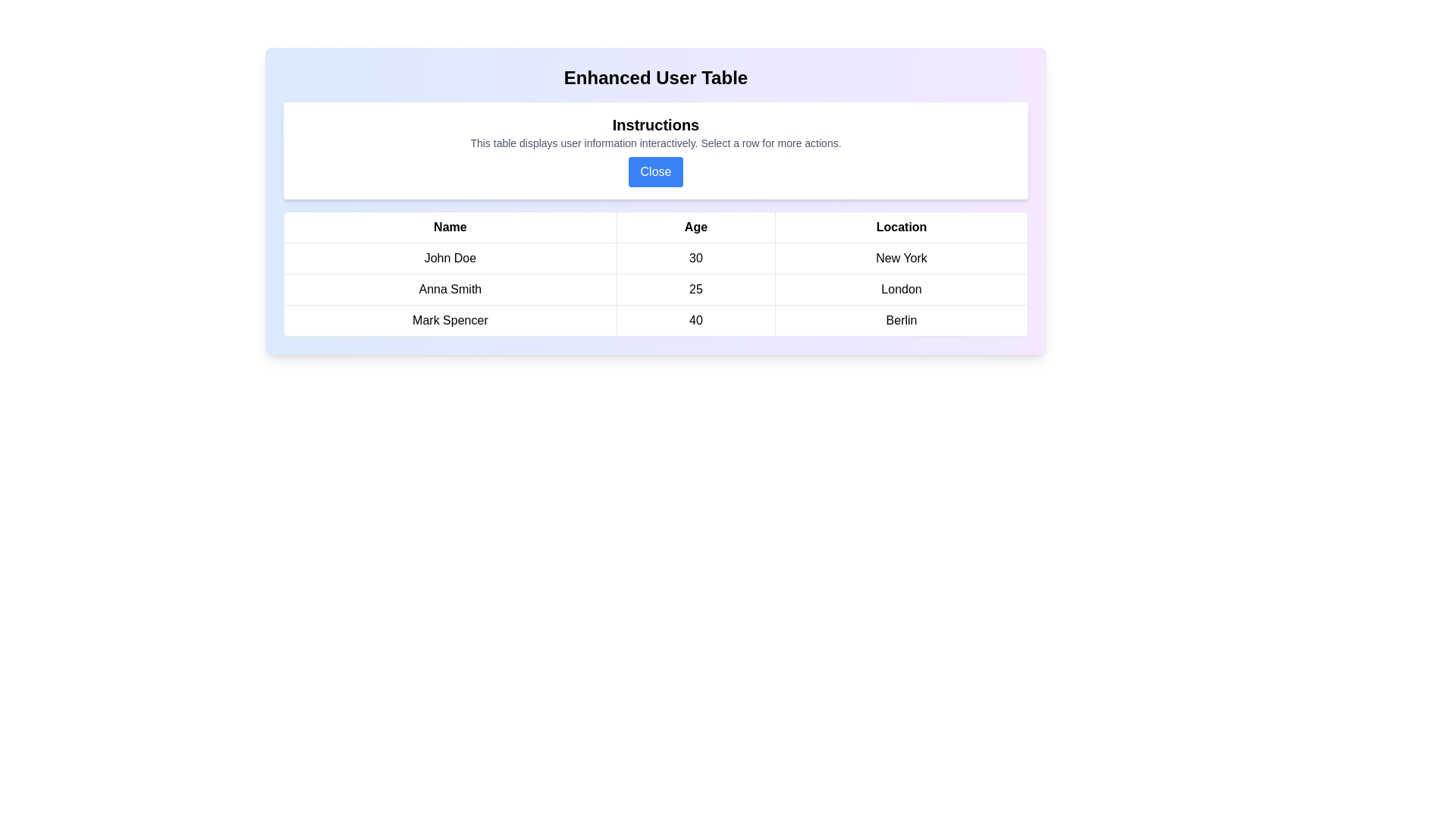 The image size is (1456, 819). What do you see at coordinates (695, 289) in the screenshot?
I see `value displayed in the Table Cell representing the age of user 'Anna Smith', which is located in the second row of the 'Age' column` at bounding box center [695, 289].